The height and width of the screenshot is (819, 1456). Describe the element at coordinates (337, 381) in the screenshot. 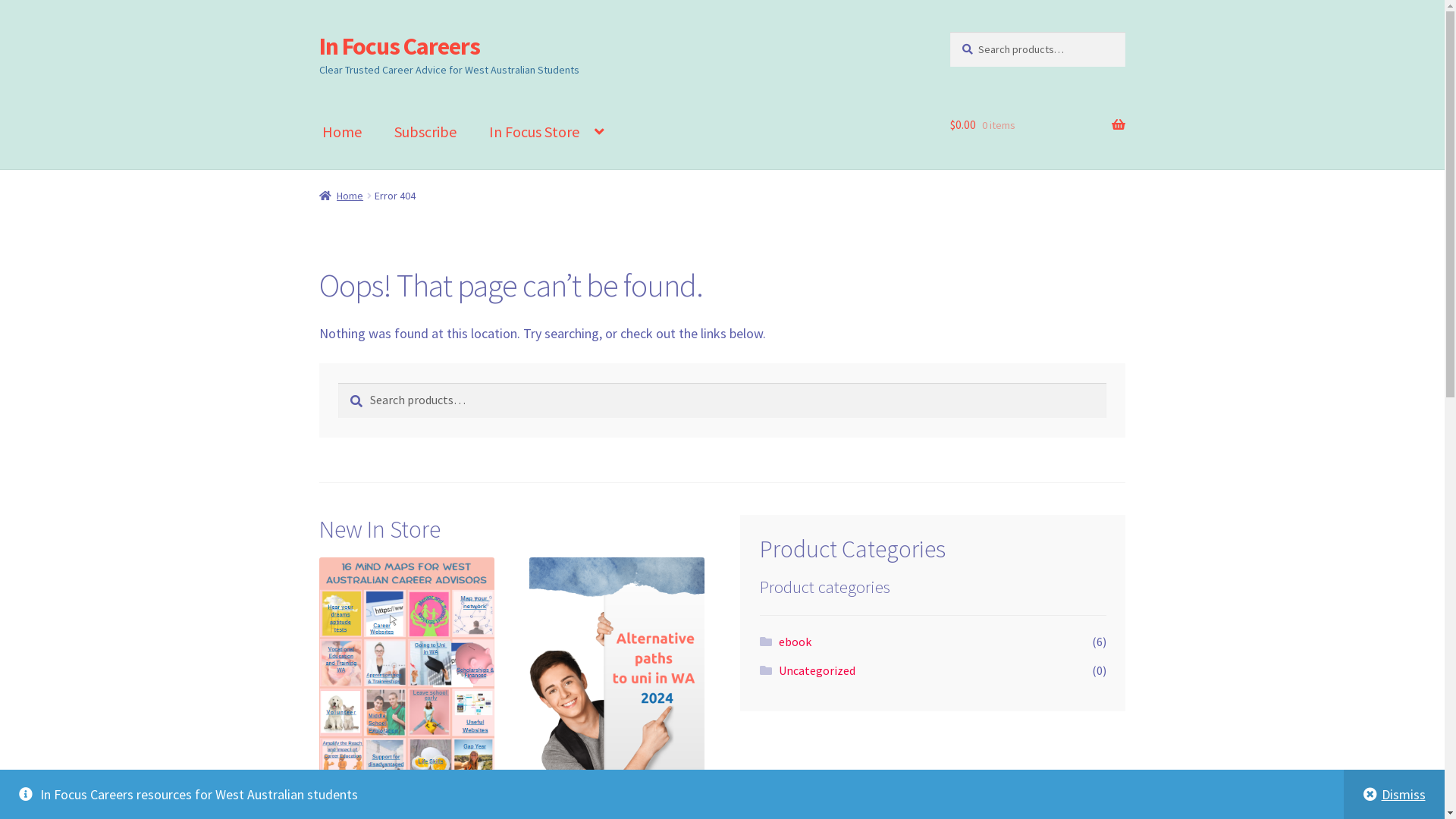

I see `'Search'` at that location.